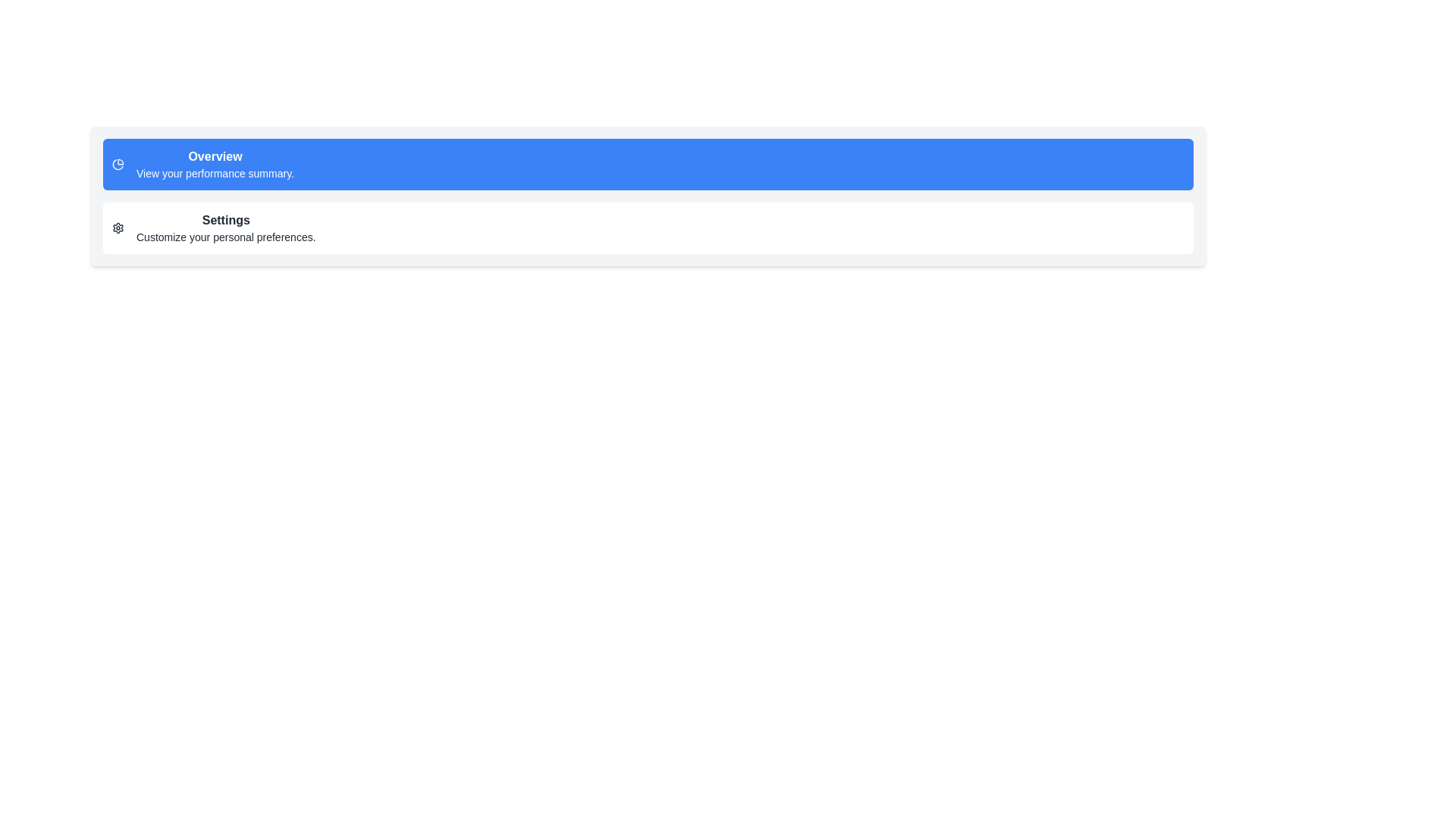 Image resolution: width=1456 pixels, height=819 pixels. What do you see at coordinates (214, 157) in the screenshot?
I see `the 'Overview' text label, which is displayed in bold font and centrally aligned within a blue background section of the UI` at bounding box center [214, 157].